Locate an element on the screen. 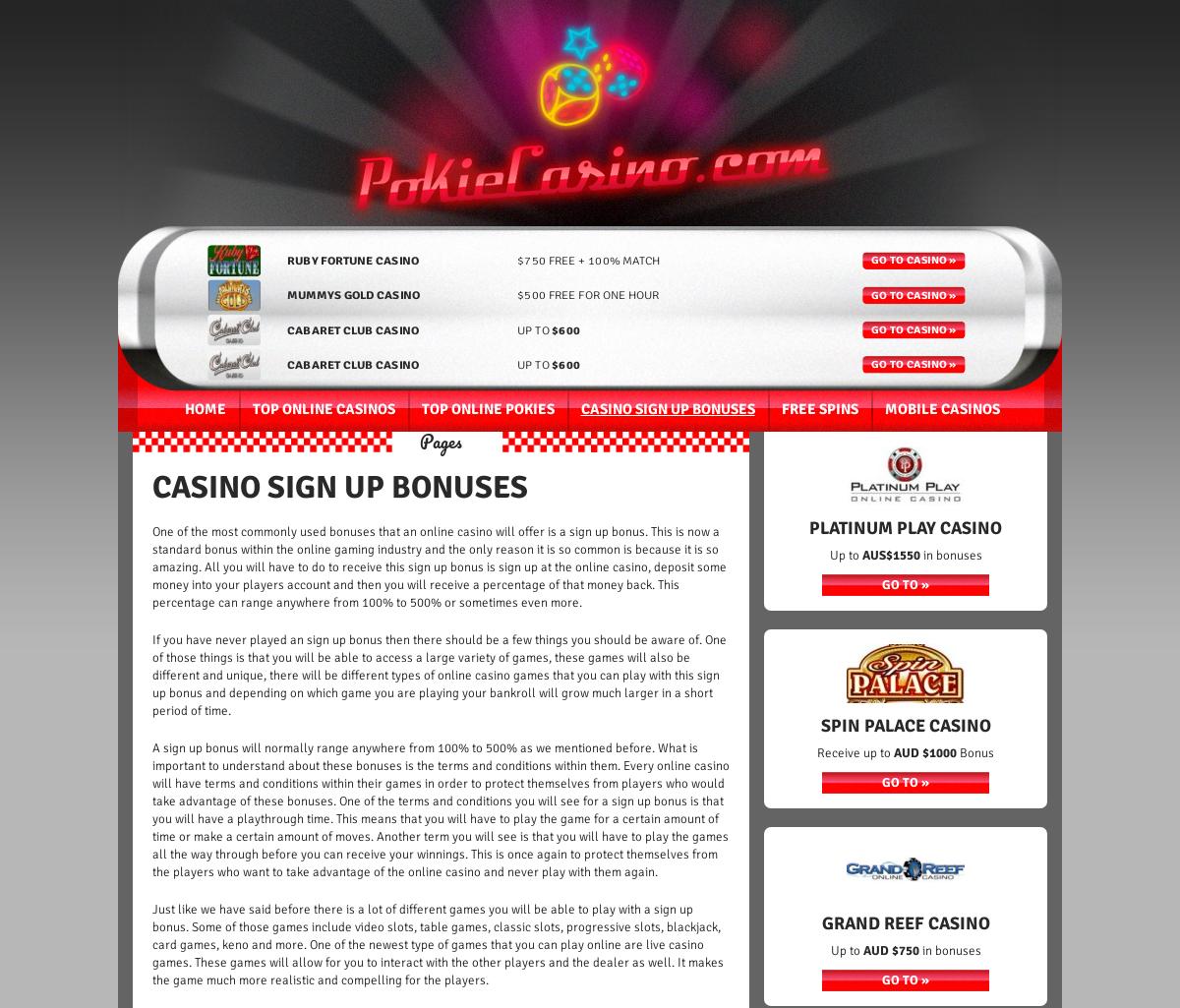  'Top Online Pokies' is located at coordinates (486, 409).